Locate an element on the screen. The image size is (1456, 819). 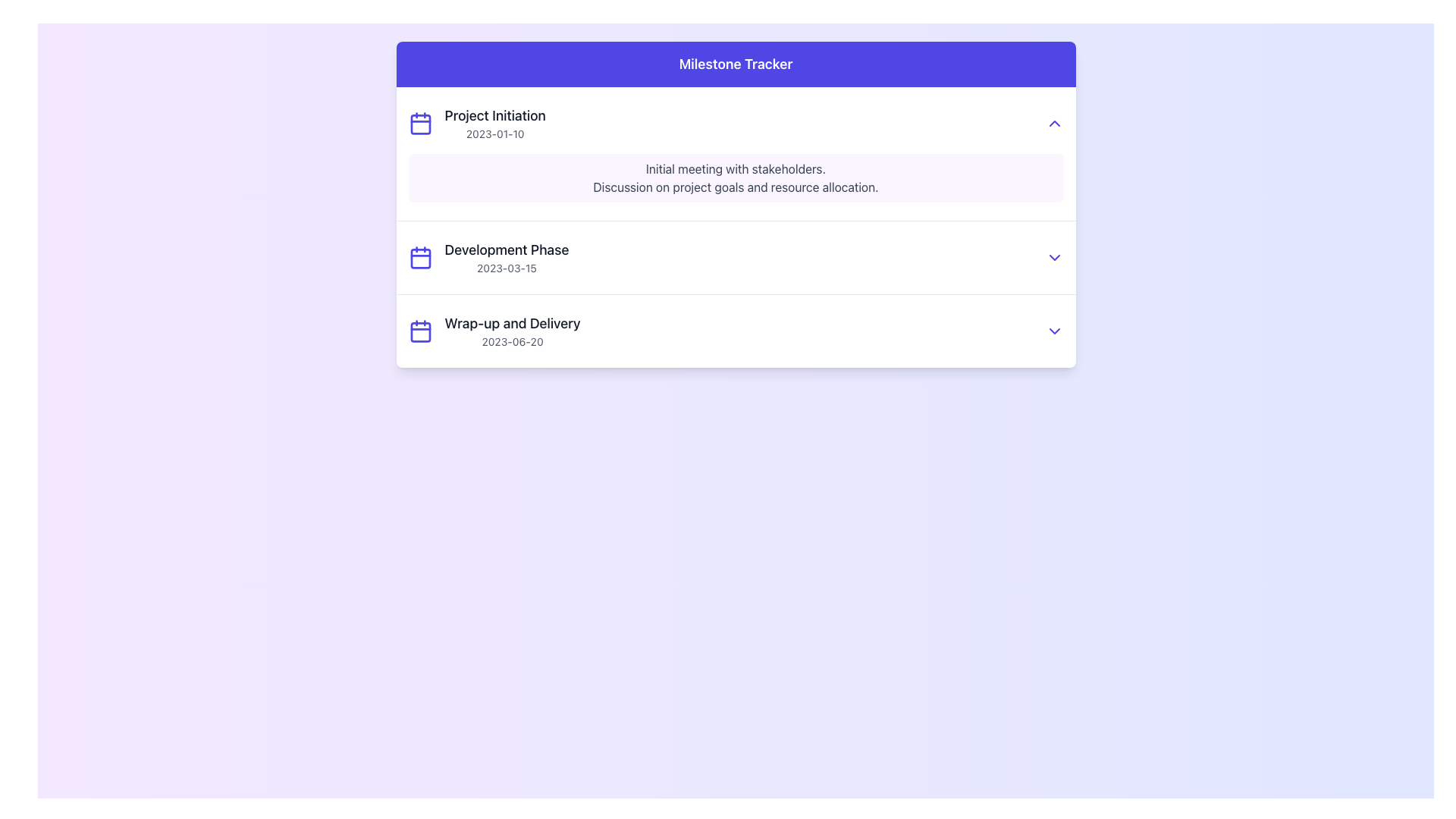
the milestone entry labeled 'Development Phase' with the date '2023-03-15' is located at coordinates (736, 256).